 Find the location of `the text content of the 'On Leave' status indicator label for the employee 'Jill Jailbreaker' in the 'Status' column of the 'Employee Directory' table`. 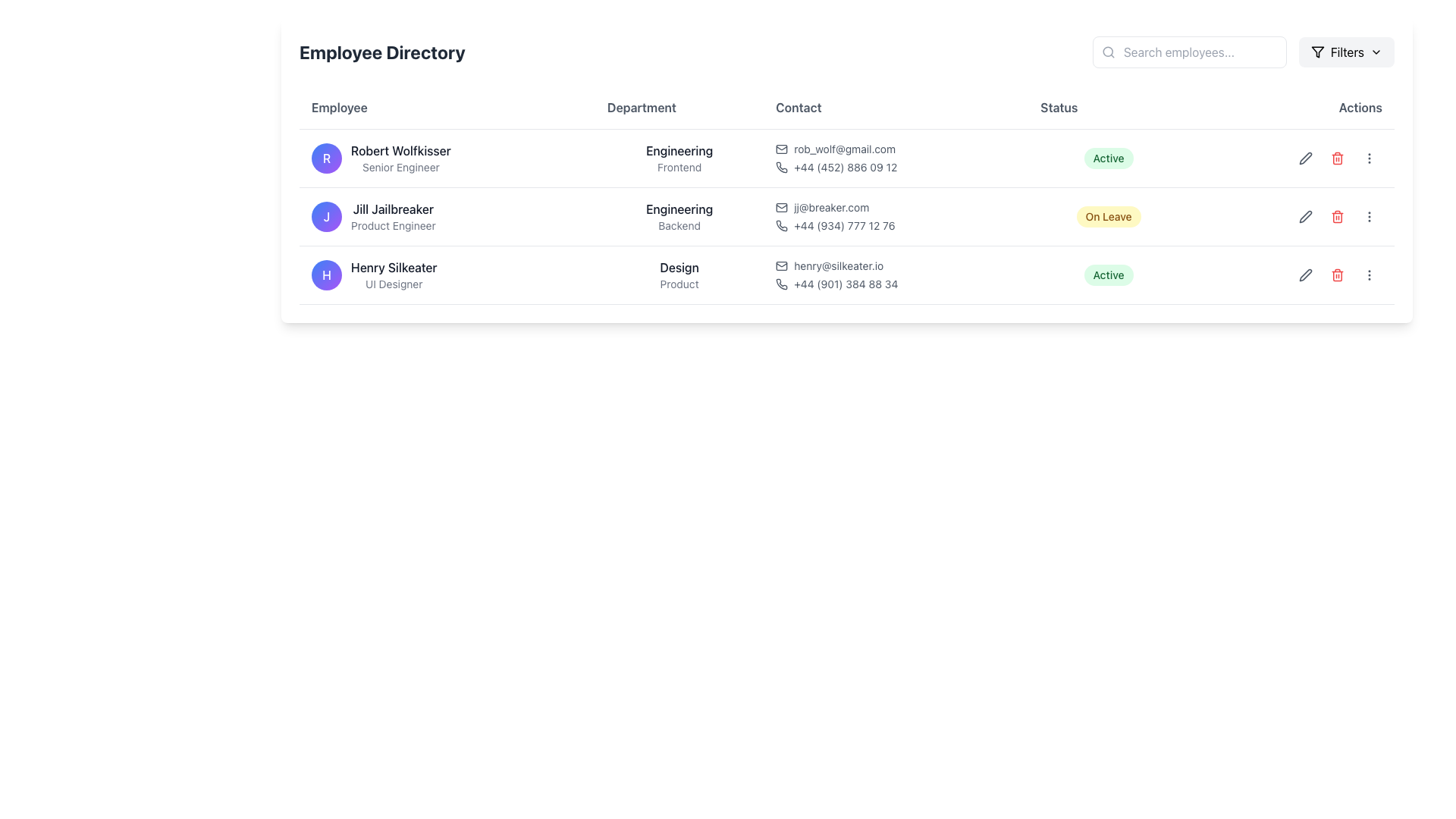

the text content of the 'On Leave' status indicator label for the employee 'Jill Jailbreaker' in the 'Status' column of the 'Employee Directory' table is located at coordinates (1109, 216).